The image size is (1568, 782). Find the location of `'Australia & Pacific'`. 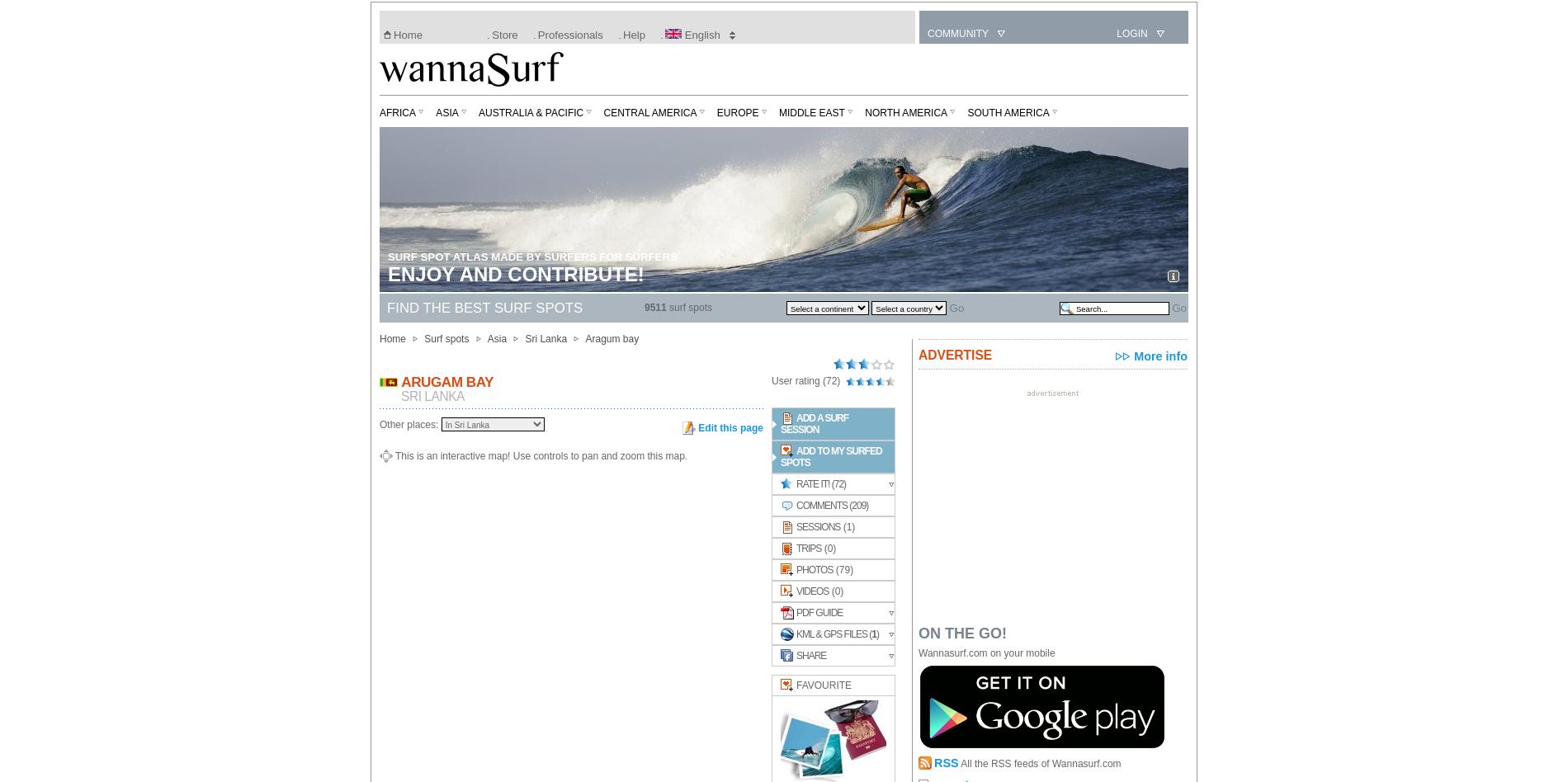

'Australia & Pacific' is located at coordinates (531, 111).